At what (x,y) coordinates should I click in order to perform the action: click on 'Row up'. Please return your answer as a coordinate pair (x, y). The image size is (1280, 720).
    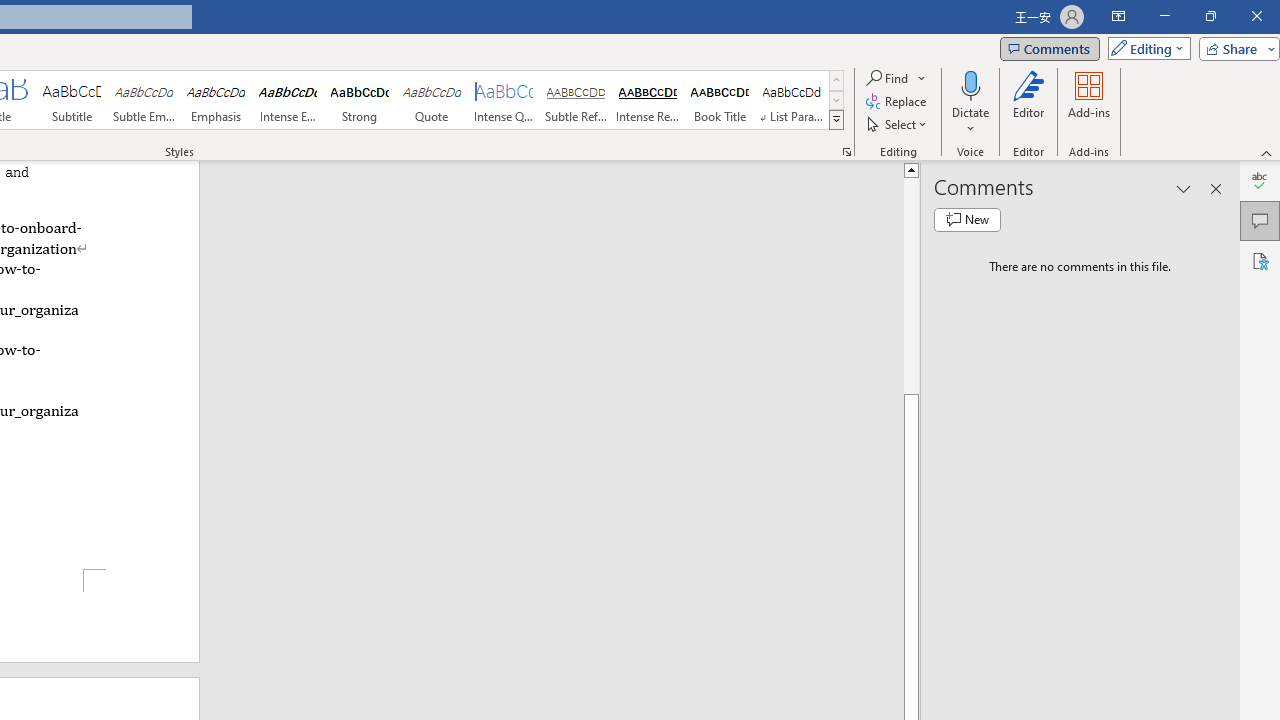
    Looking at the image, I should click on (836, 79).